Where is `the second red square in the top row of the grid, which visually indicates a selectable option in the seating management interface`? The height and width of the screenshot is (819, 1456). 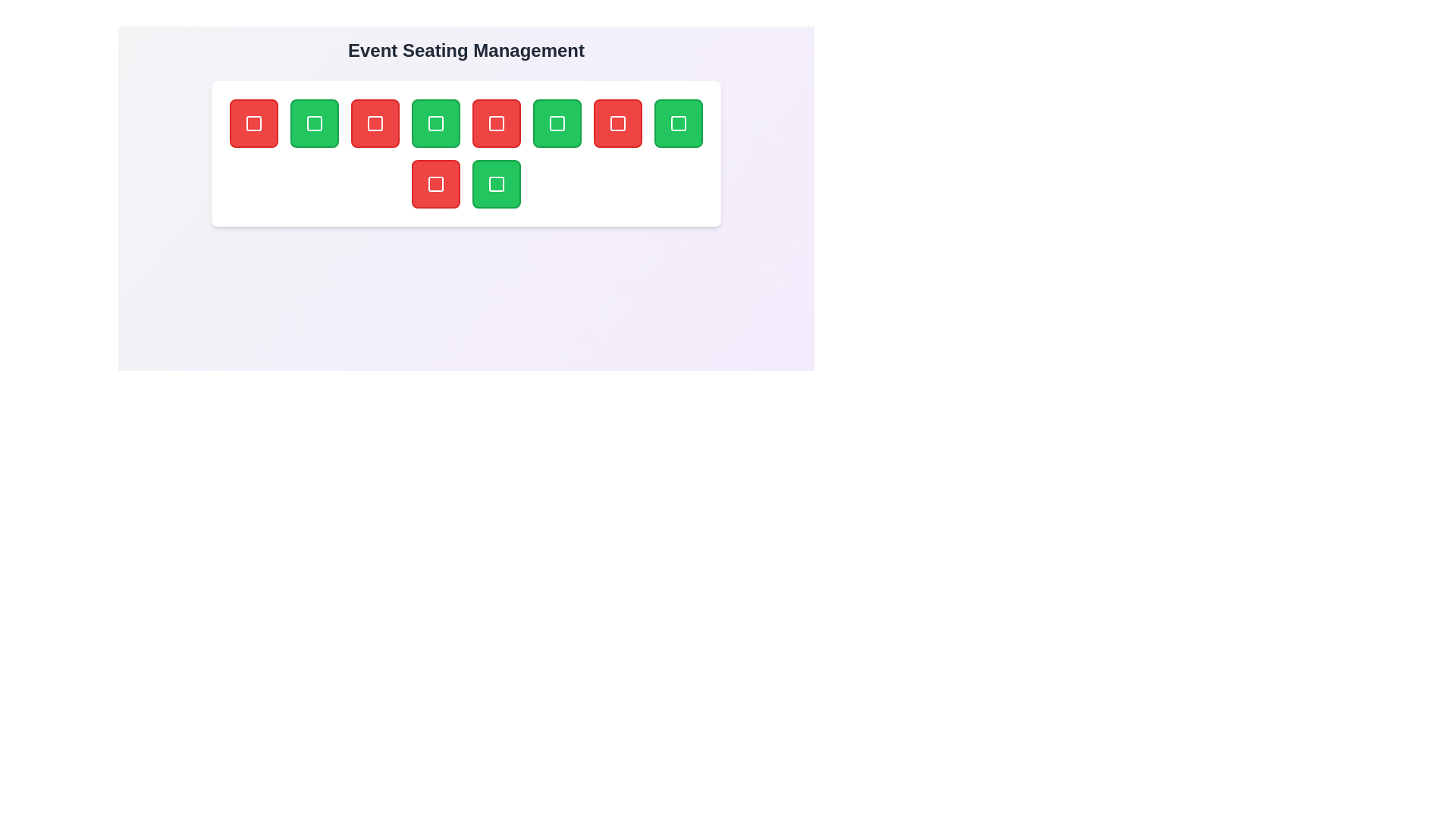 the second red square in the top row of the grid, which visually indicates a selectable option in the seating management interface is located at coordinates (375, 122).